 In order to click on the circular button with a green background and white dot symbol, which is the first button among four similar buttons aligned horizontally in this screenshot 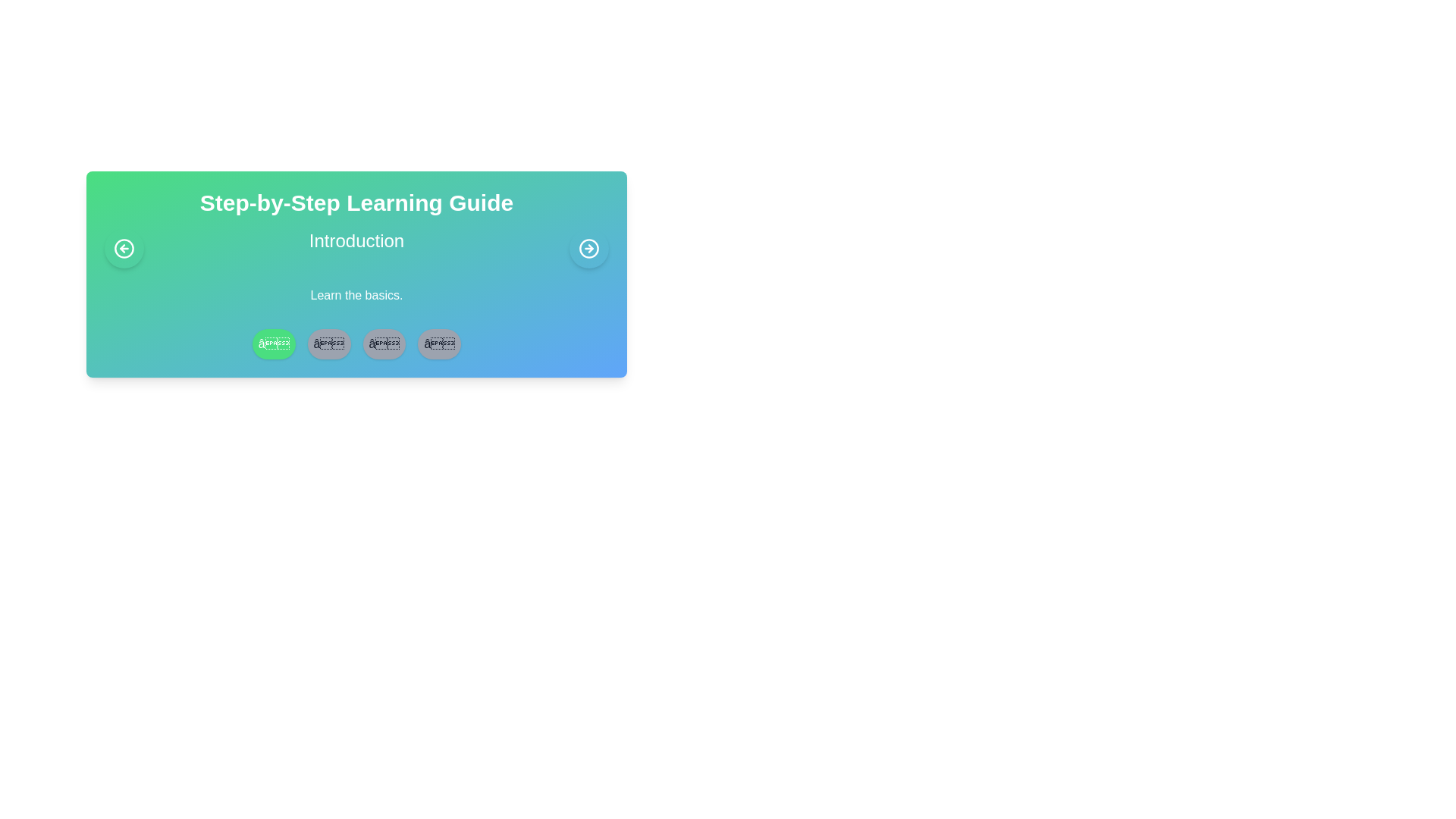, I will do `click(274, 344)`.